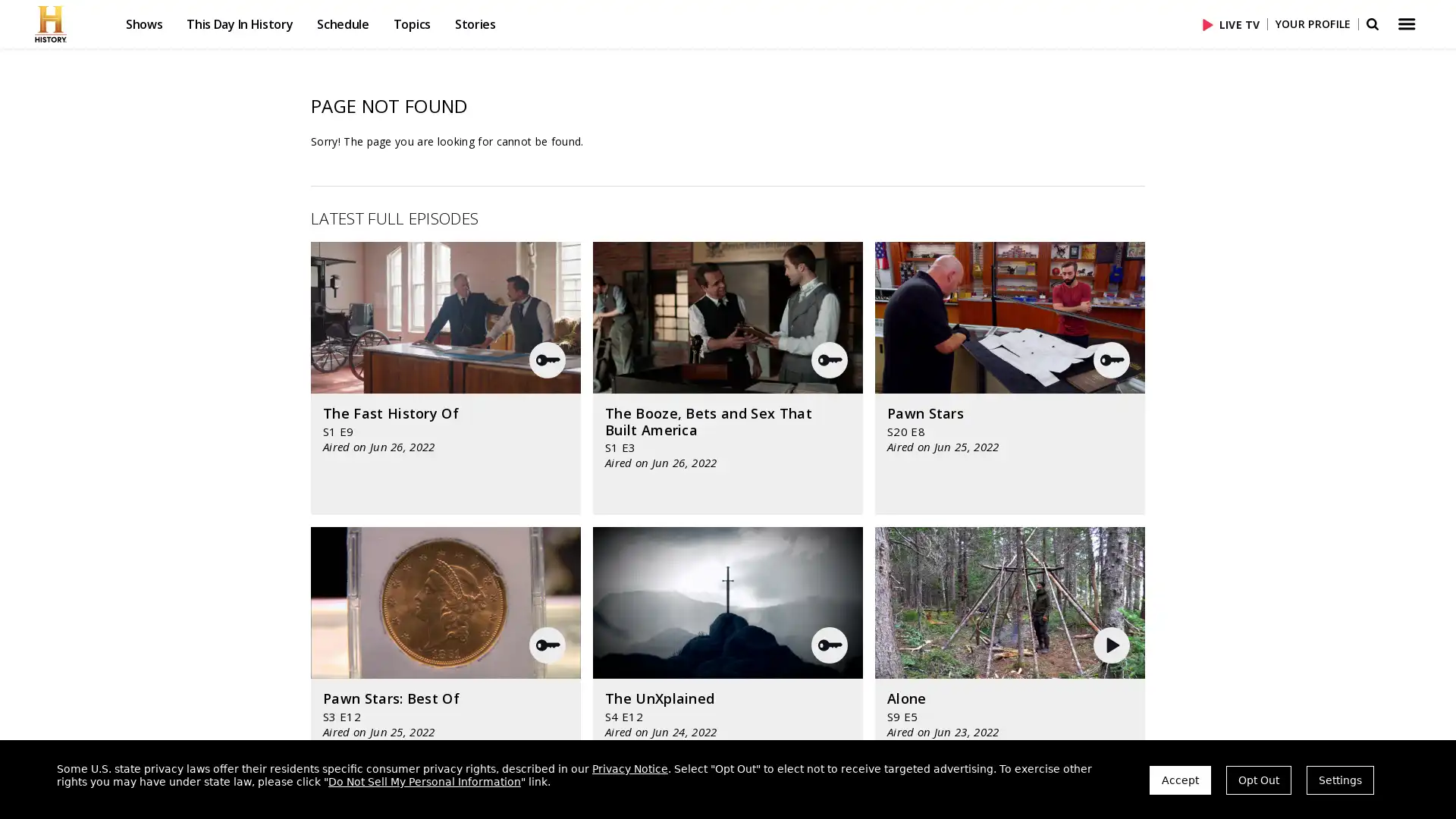 Image resolution: width=1456 pixels, height=819 pixels. I want to click on Schedule, so click(341, 24).